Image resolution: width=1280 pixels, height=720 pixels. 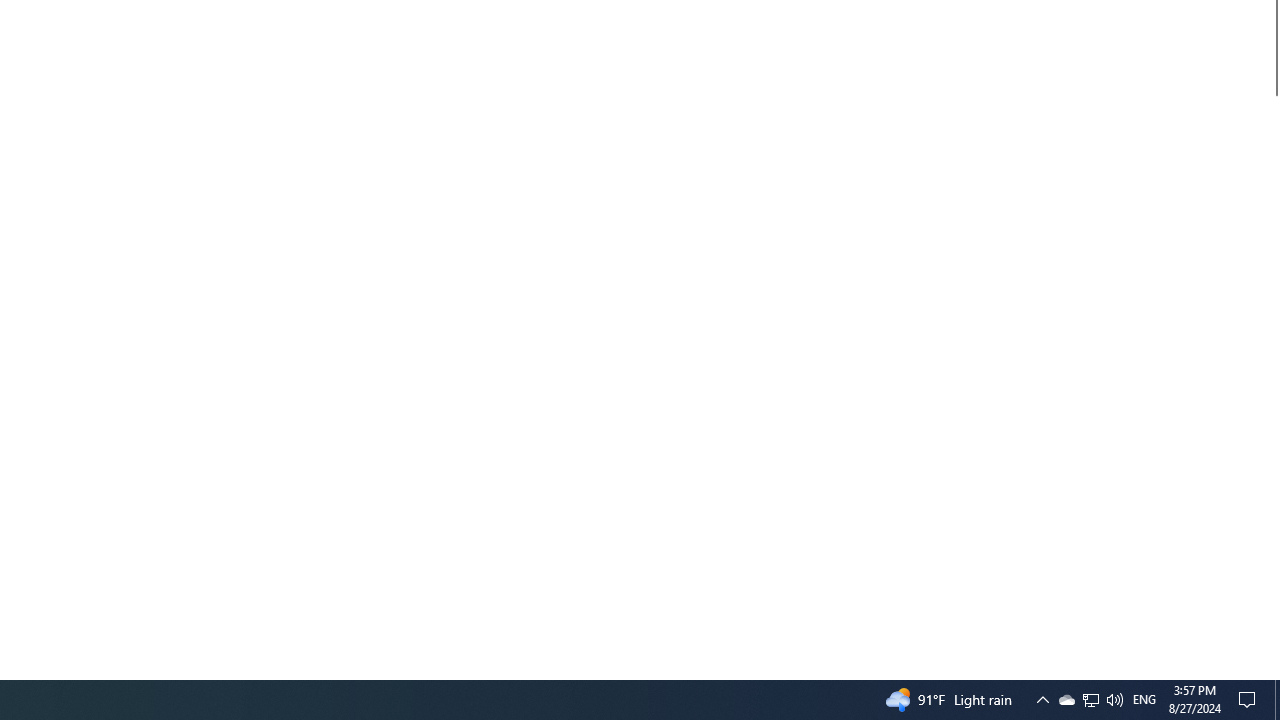 What do you see at coordinates (1250, 698) in the screenshot?
I see `'Action Center, No new notifications'` at bounding box center [1250, 698].